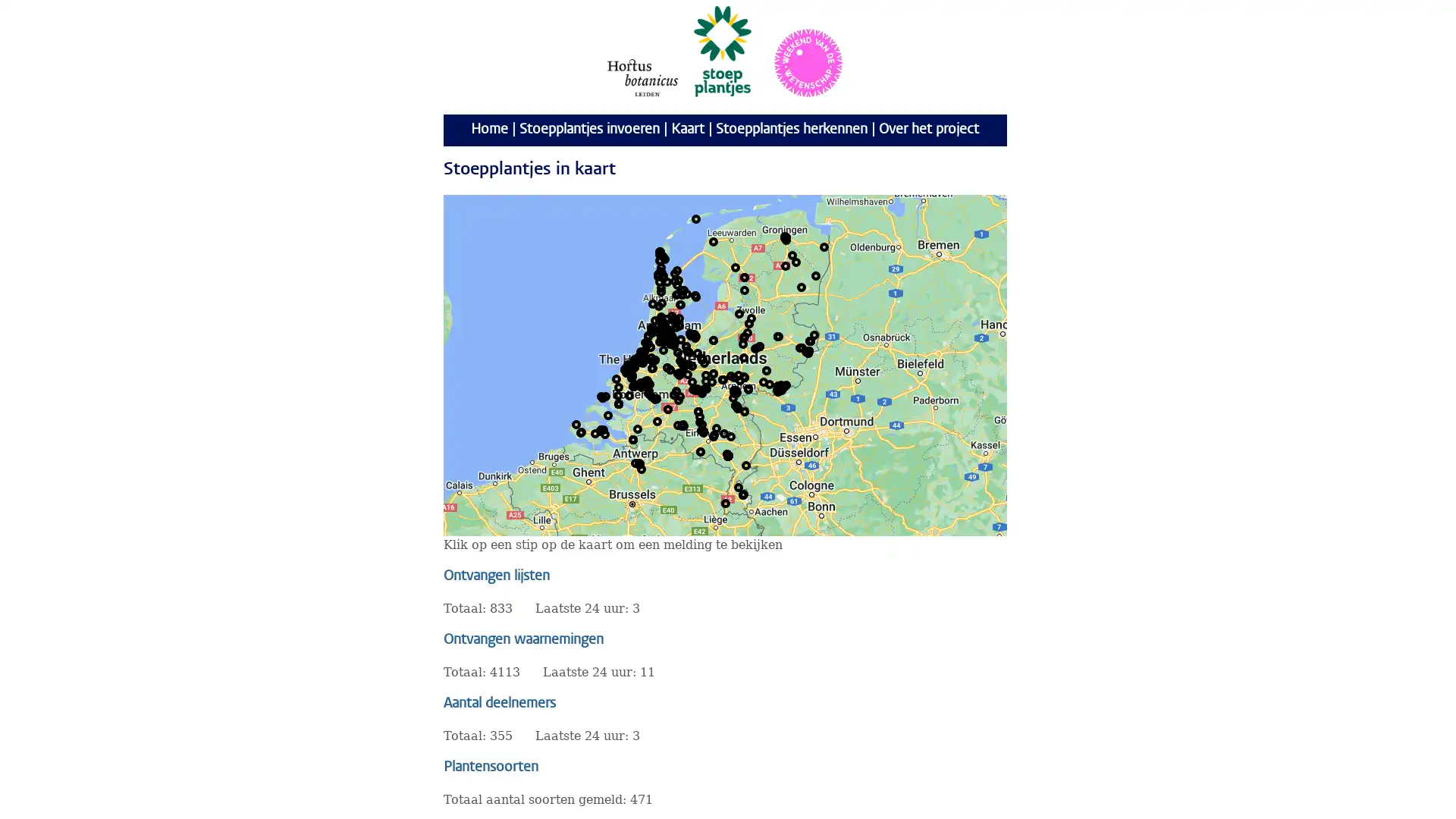 The width and height of the screenshot is (1456, 819). Describe the element at coordinates (643, 362) in the screenshot. I see `Telling van Denice op 04 juni 2022` at that location.